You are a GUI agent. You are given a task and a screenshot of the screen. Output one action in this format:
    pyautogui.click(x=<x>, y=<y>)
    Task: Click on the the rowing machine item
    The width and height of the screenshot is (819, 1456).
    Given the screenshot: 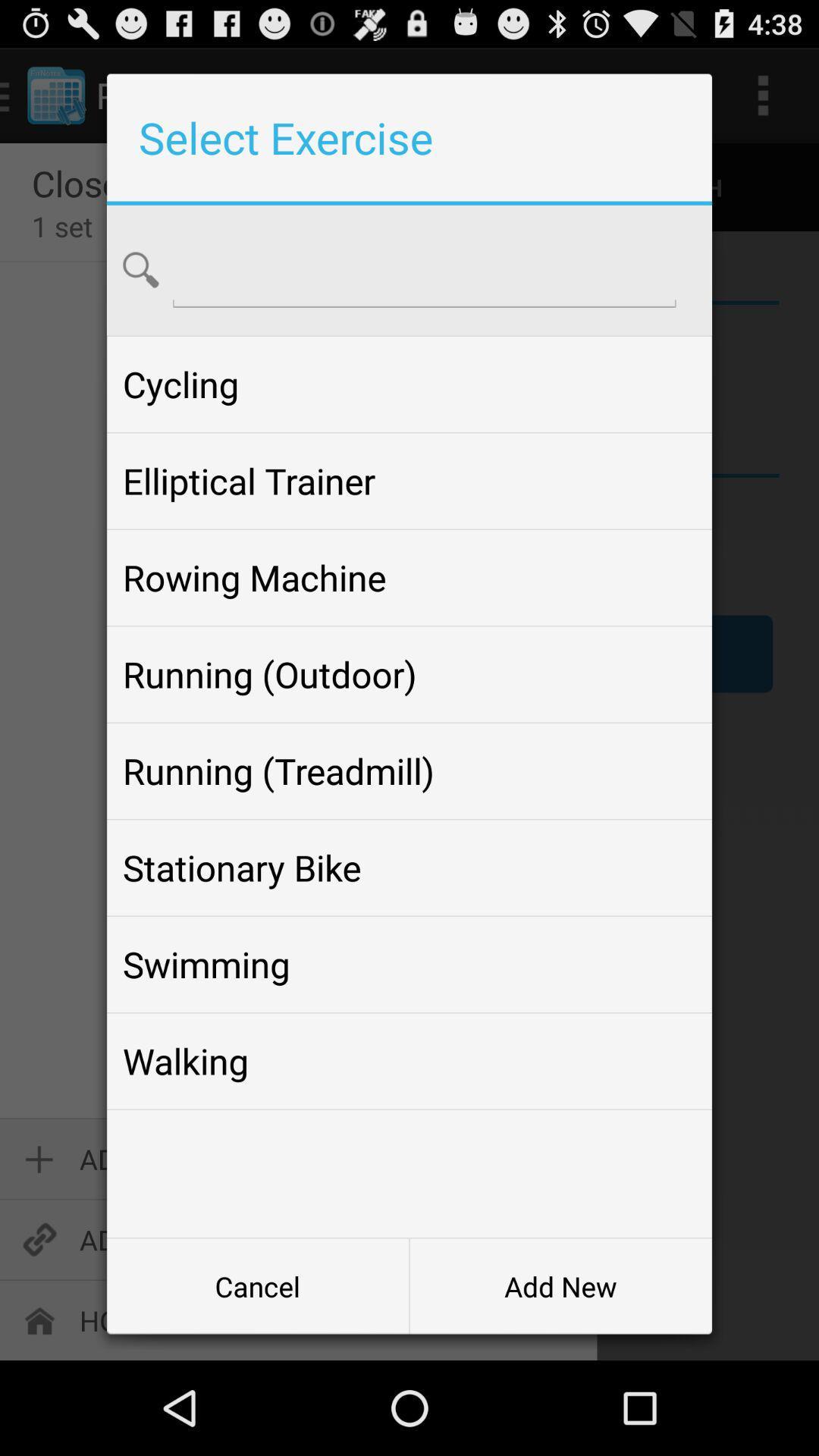 What is the action you would take?
    pyautogui.click(x=409, y=577)
    